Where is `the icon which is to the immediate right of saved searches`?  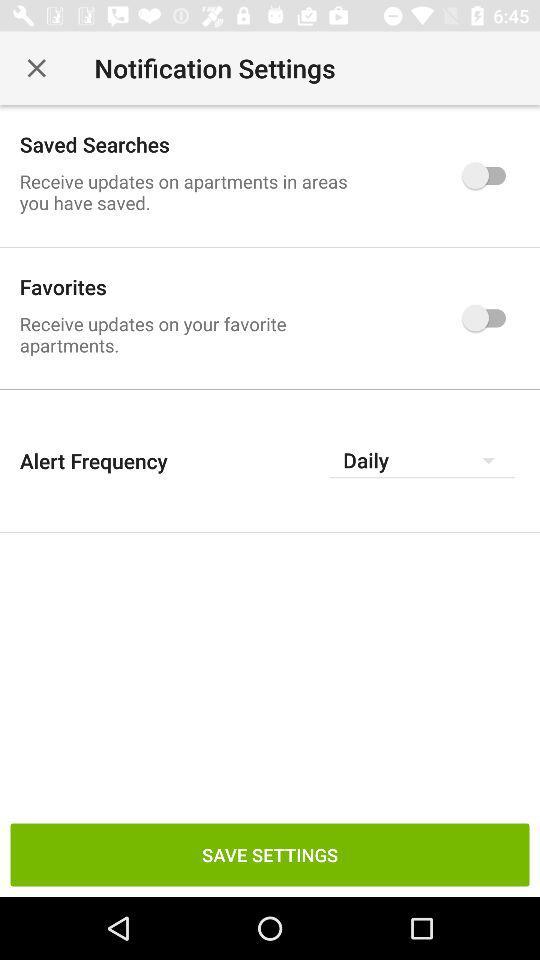 the icon which is to the immediate right of saved searches is located at coordinates (488, 174).